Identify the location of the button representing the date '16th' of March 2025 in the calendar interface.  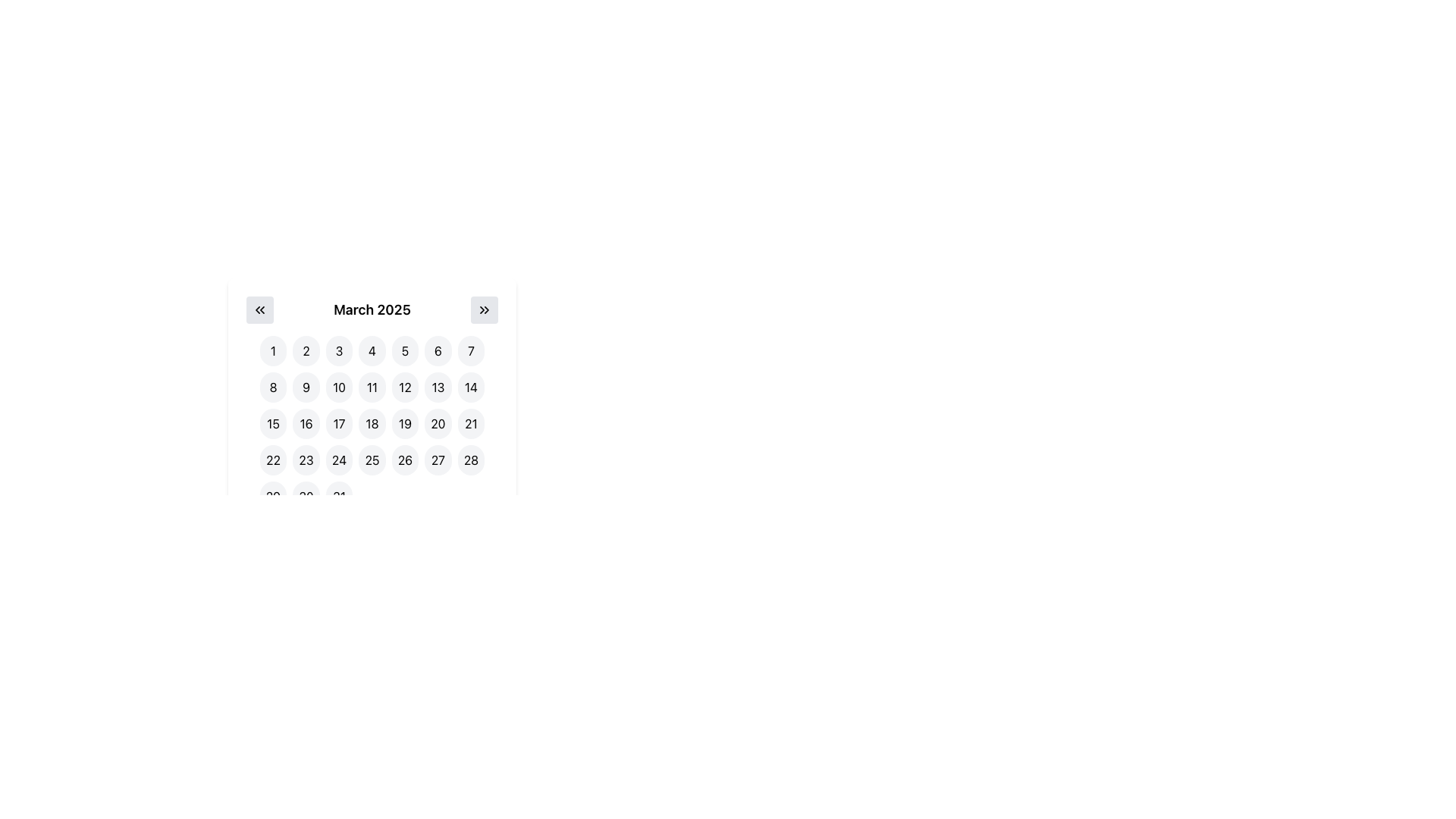
(305, 424).